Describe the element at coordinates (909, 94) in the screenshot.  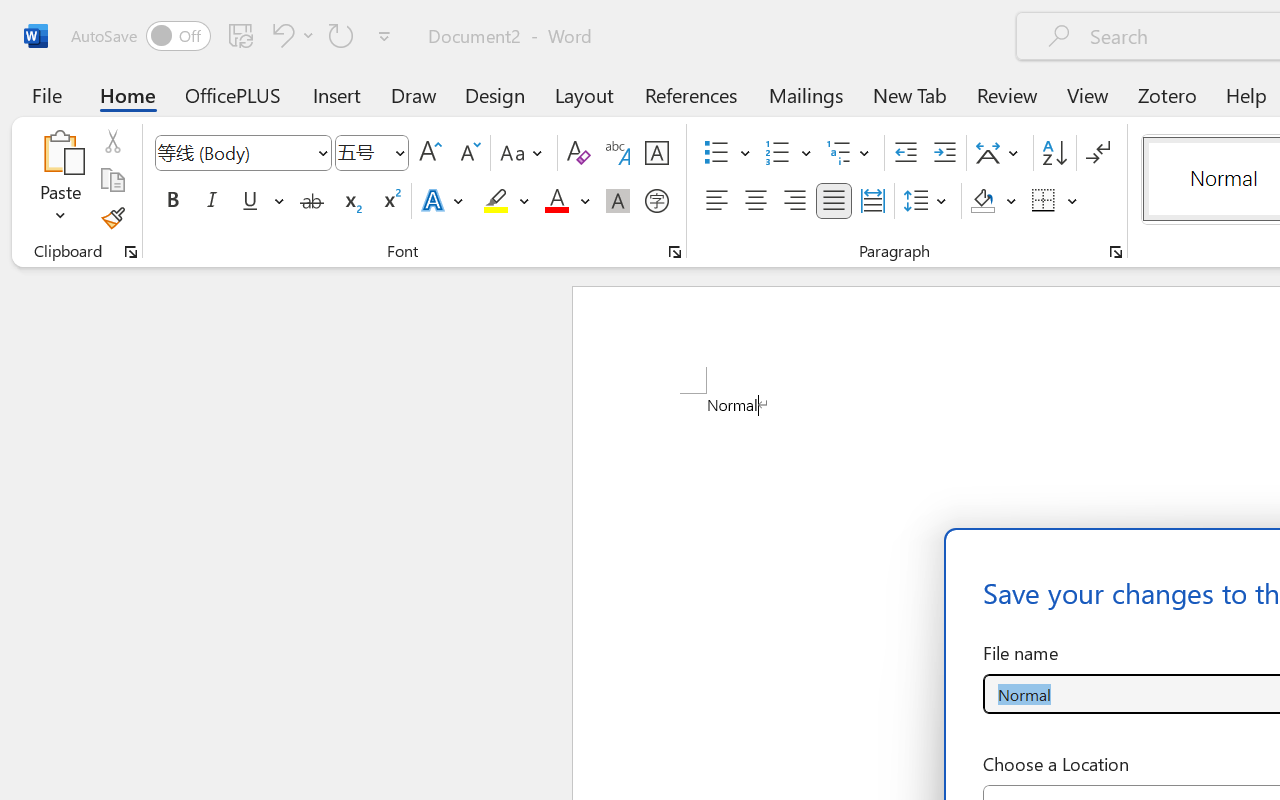
I see `'New Tab'` at that location.